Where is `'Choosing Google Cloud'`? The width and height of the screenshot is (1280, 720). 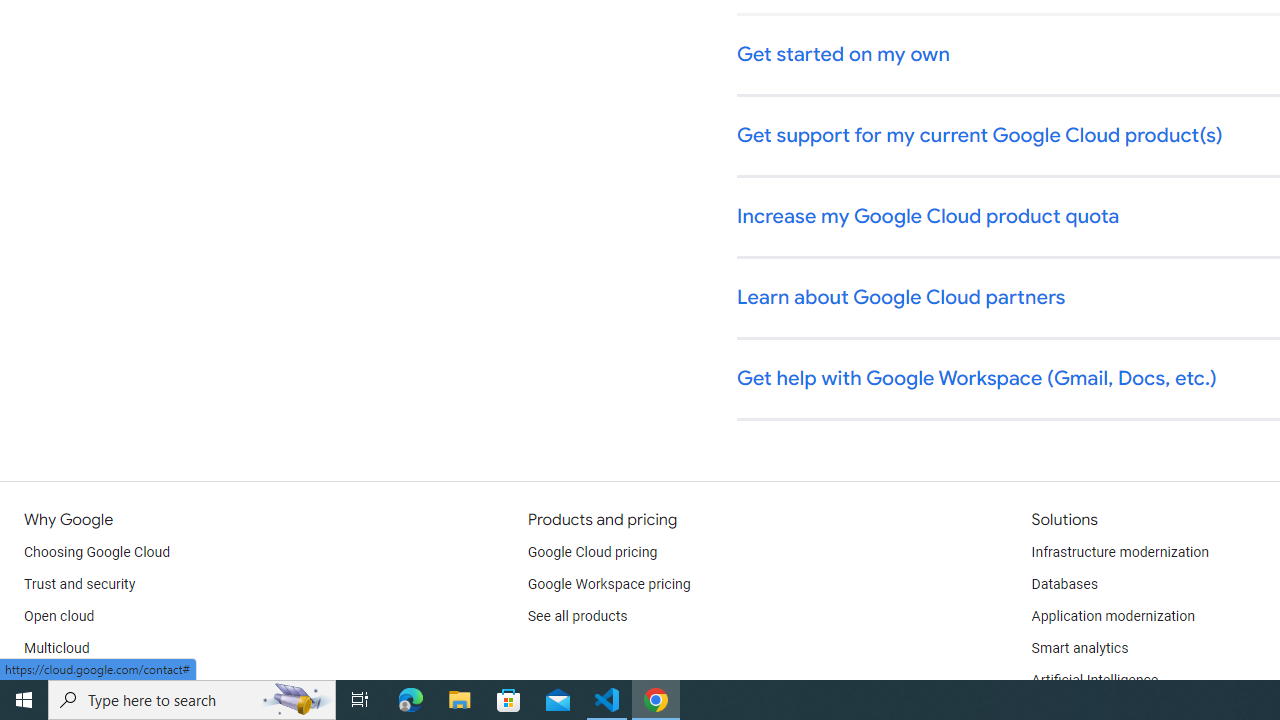 'Choosing Google Cloud' is located at coordinates (96, 552).